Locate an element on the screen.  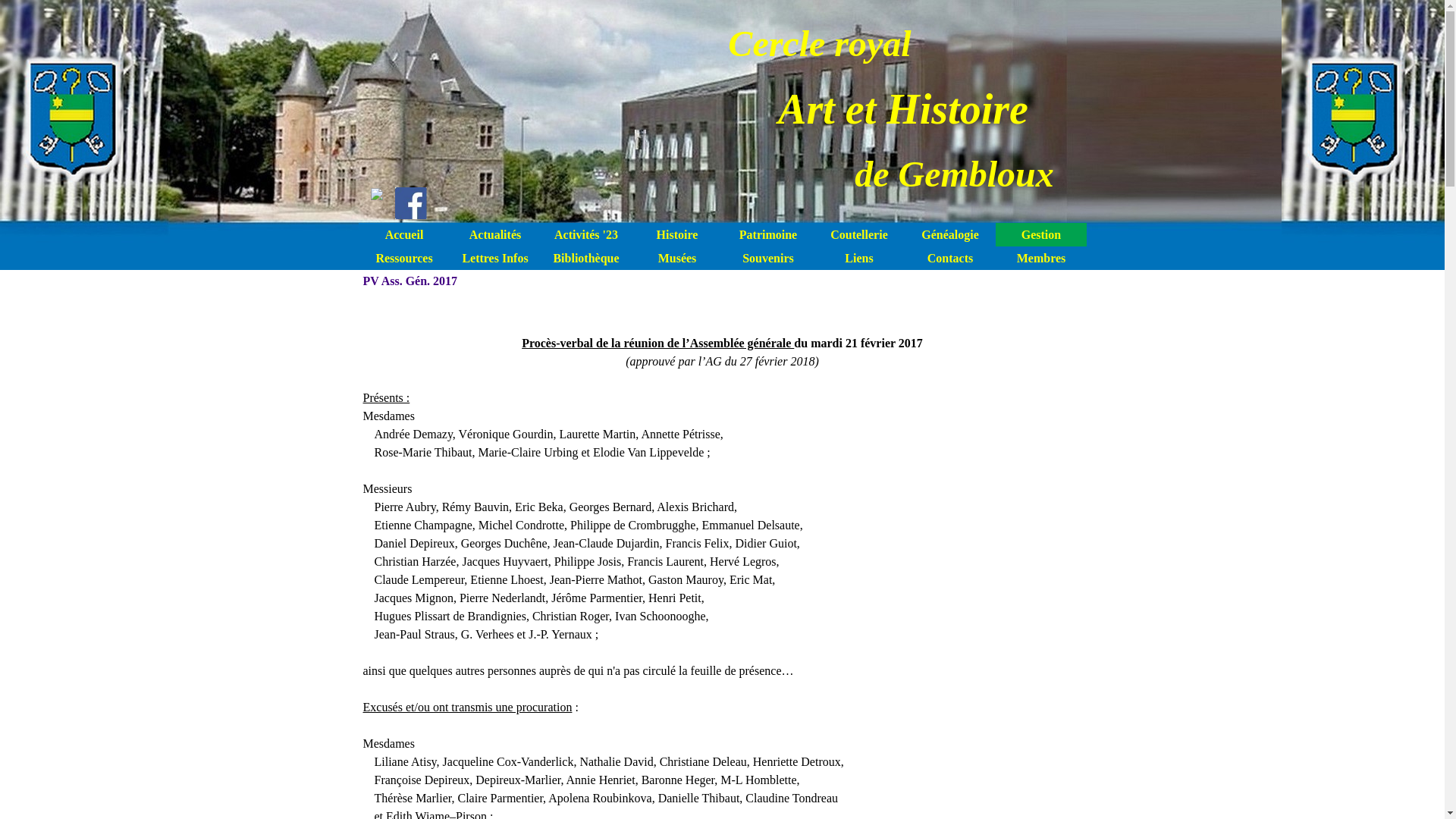
'Contacts' is located at coordinates (906, 257).